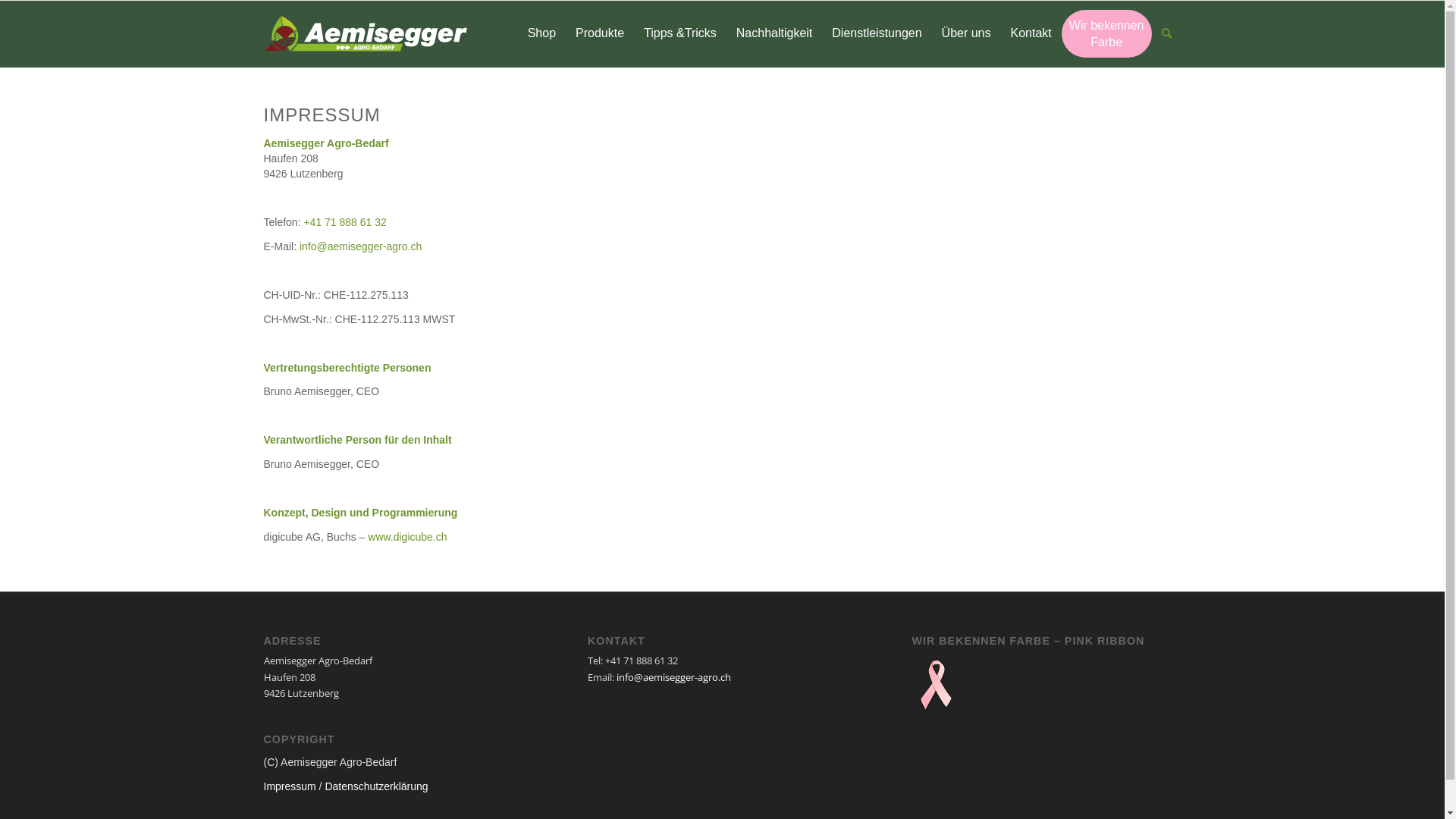 This screenshot has height=819, width=1456. What do you see at coordinates (877, 34) in the screenshot?
I see `'Dienstleistungen'` at bounding box center [877, 34].